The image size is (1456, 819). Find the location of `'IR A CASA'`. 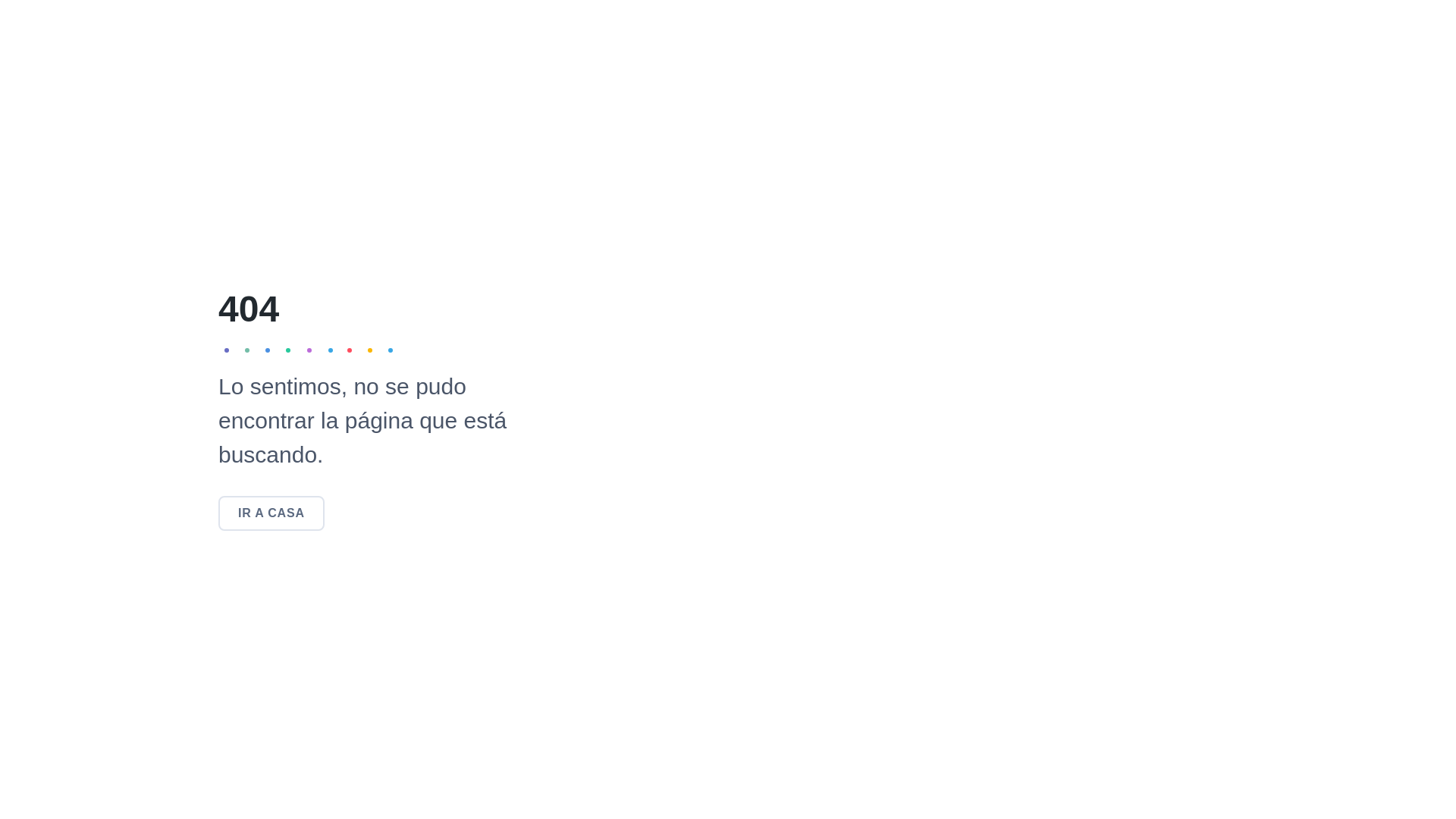

'IR A CASA' is located at coordinates (271, 513).